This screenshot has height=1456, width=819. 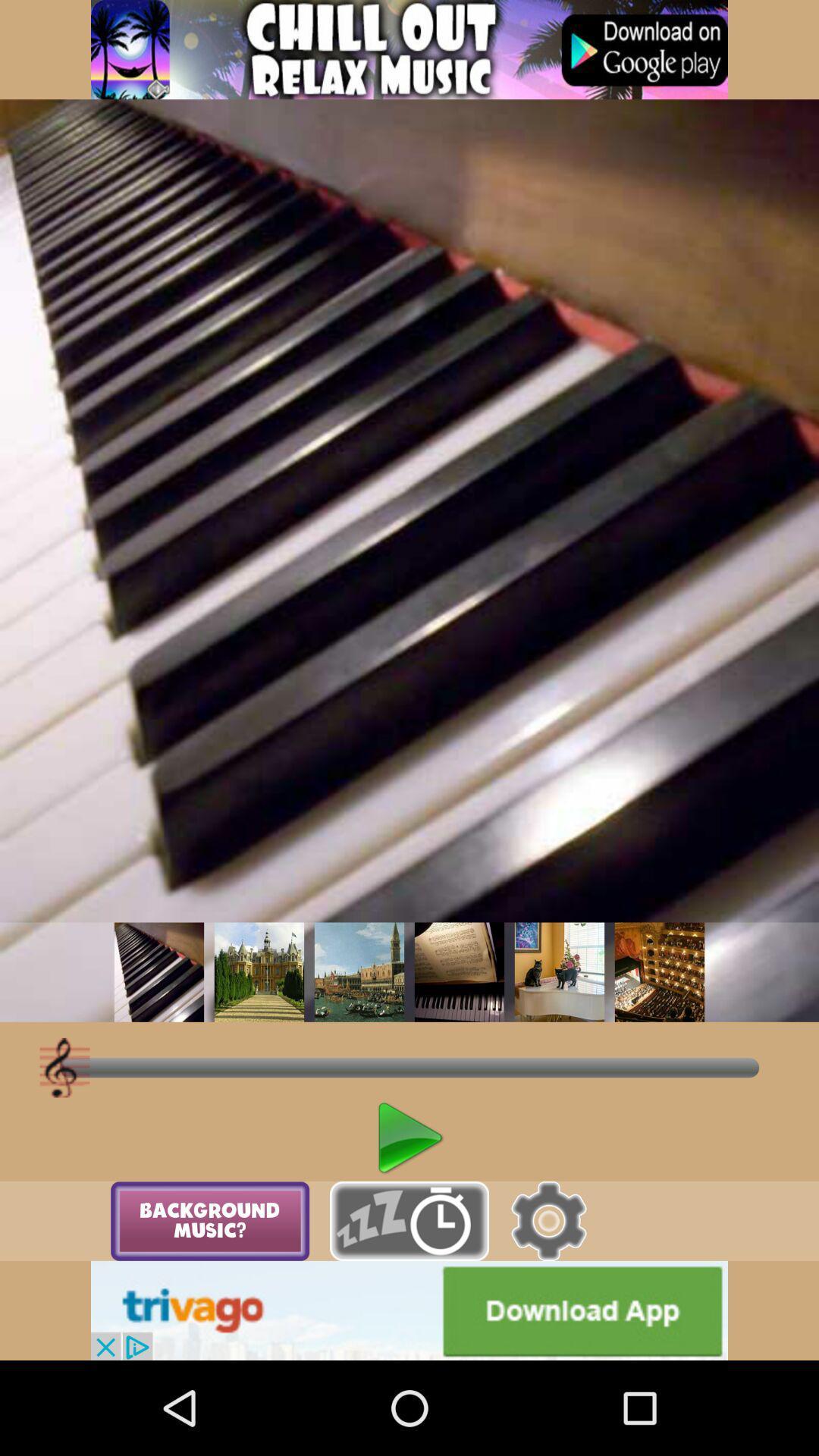 I want to click on open advertisement, so click(x=409, y=1310).